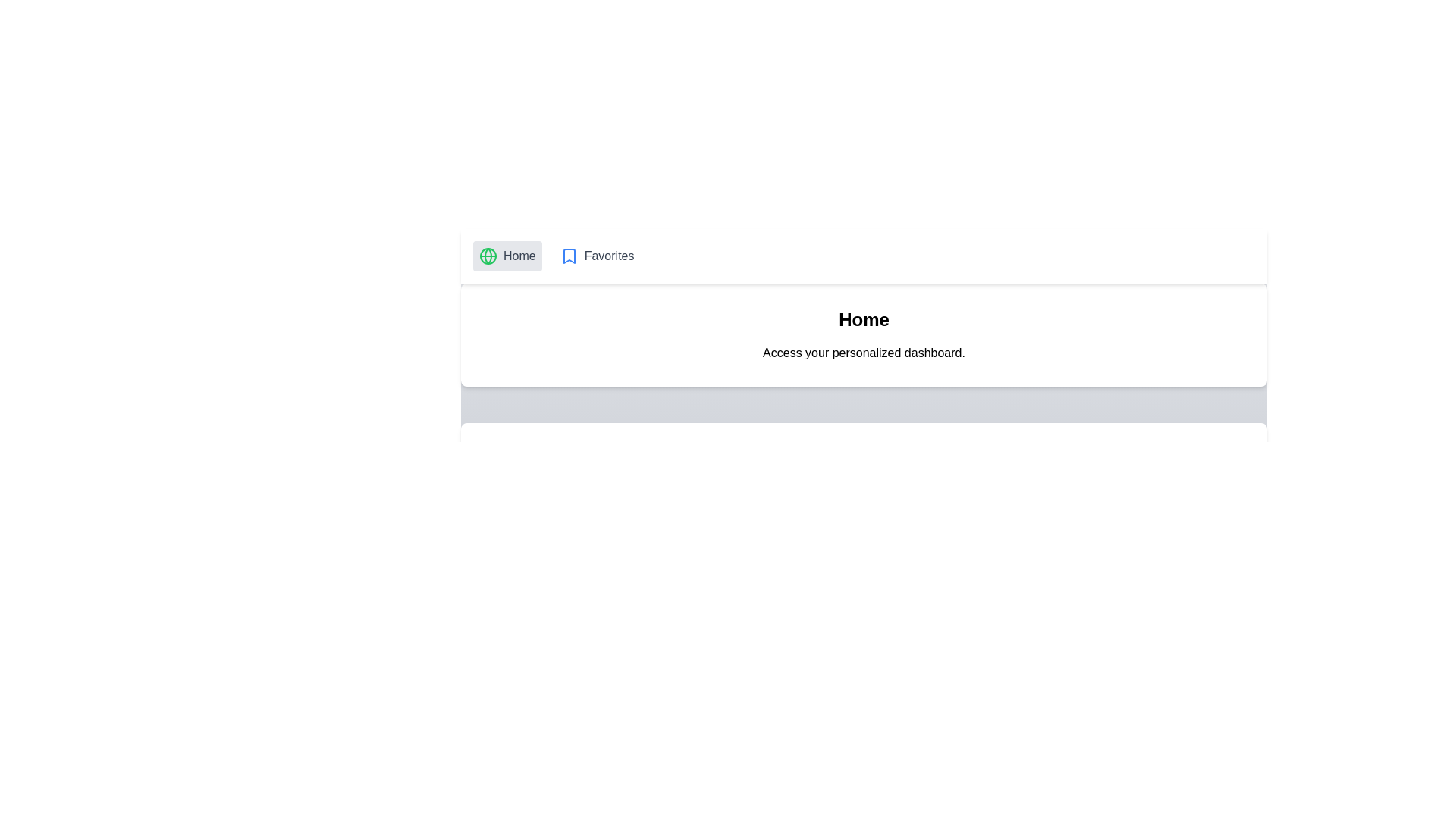  Describe the element at coordinates (596, 256) in the screenshot. I see `the second item in the horizontal navigation bar, which serves as a navigation item for accessing the 'Favorites' section` at that location.